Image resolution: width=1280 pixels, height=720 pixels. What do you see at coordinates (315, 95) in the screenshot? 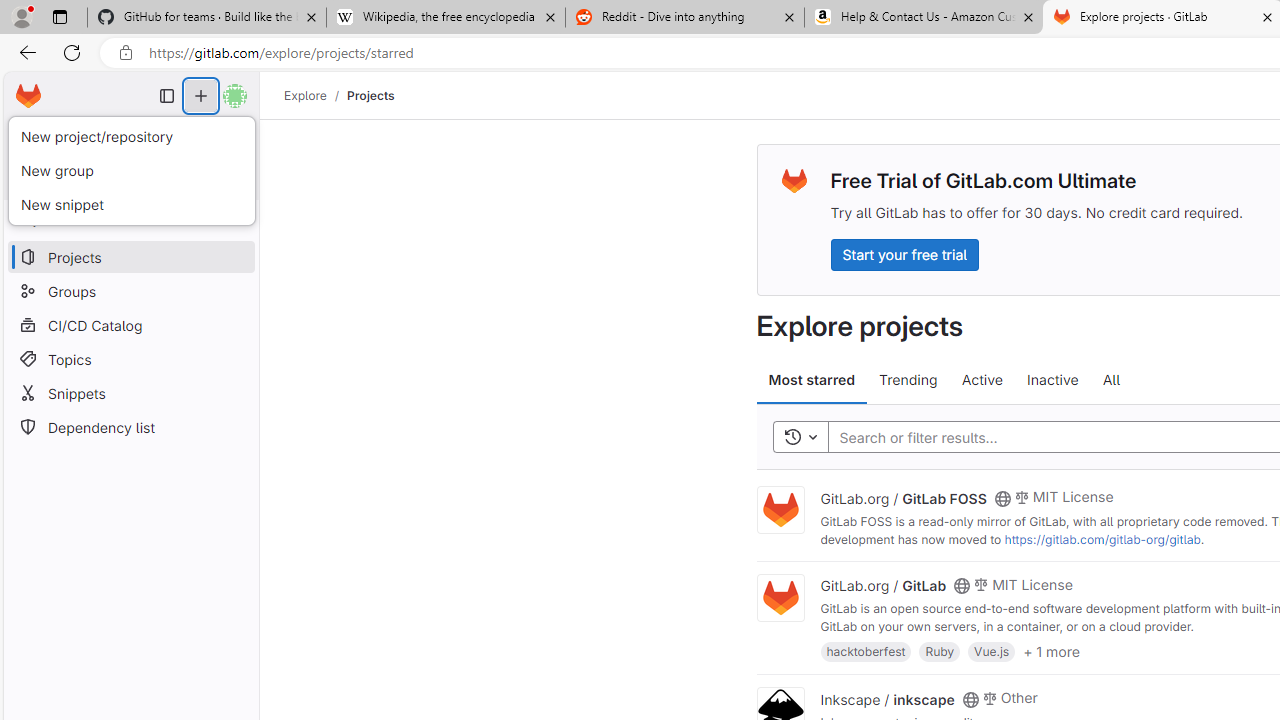
I see `'Explore/'` at bounding box center [315, 95].